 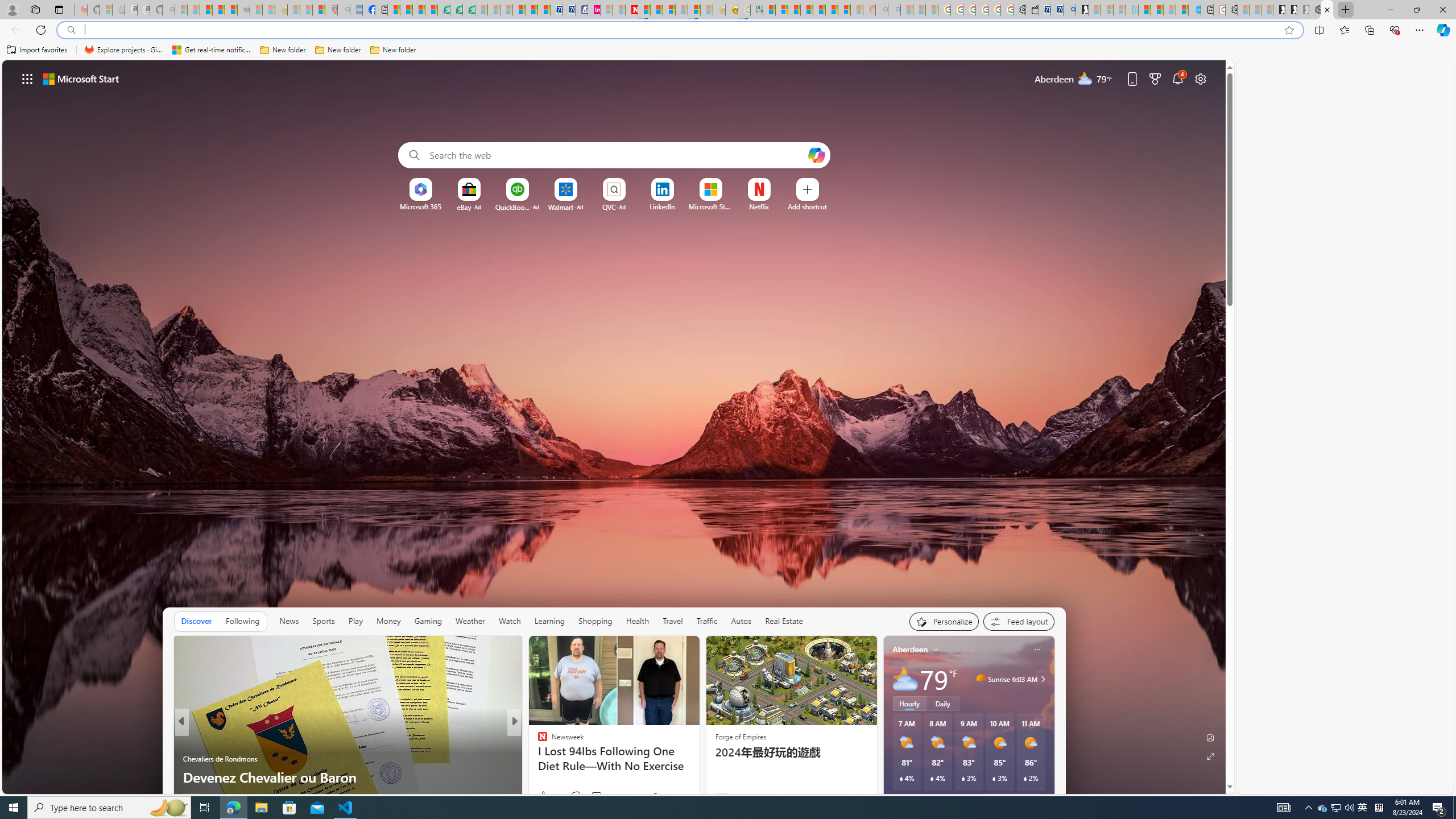 I want to click on 'Constative', so click(x=537, y=741).